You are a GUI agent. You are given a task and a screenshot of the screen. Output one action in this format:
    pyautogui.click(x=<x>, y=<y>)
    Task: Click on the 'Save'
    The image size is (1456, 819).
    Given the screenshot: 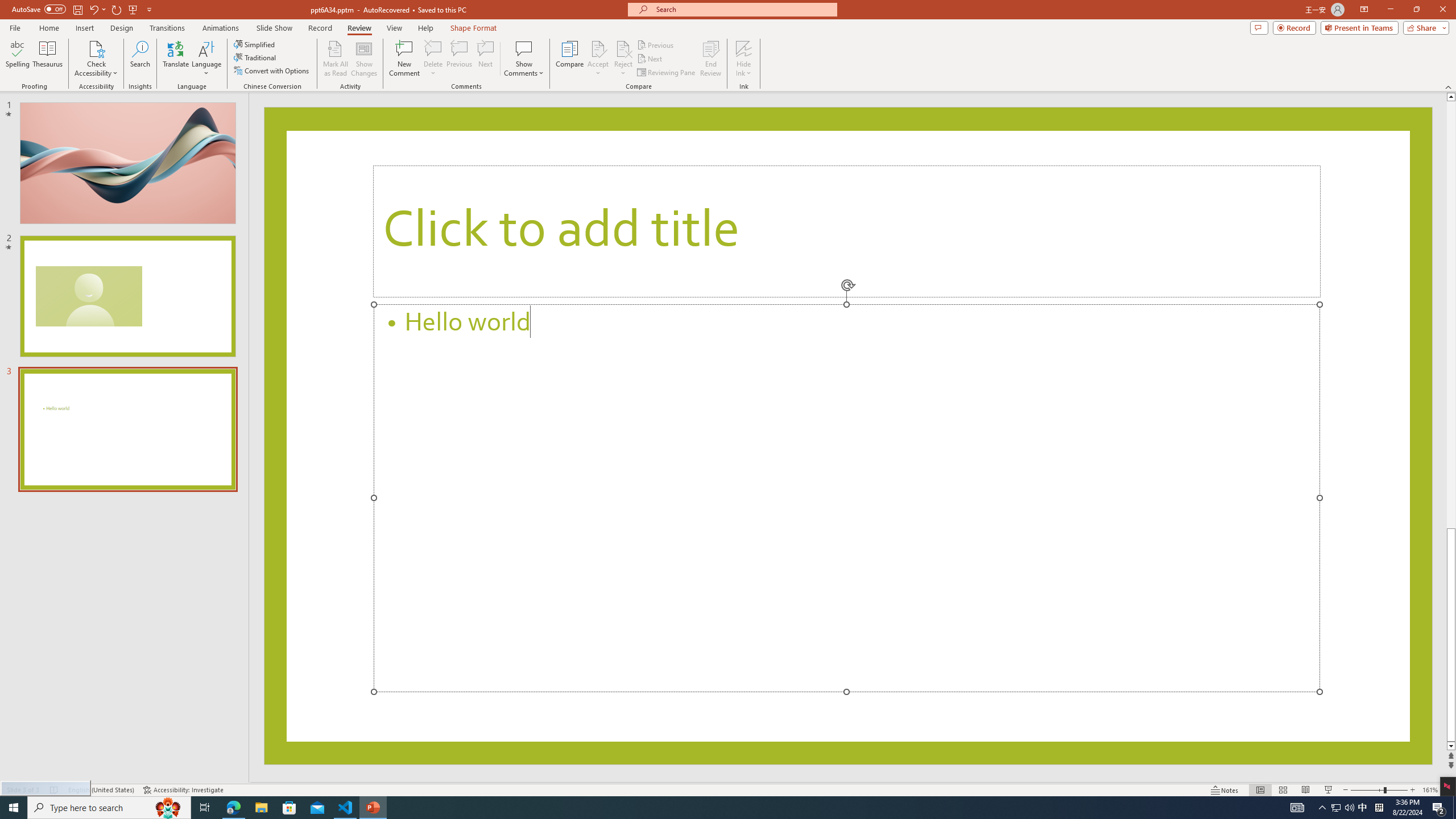 What is the action you would take?
    pyautogui.click(x=77, y=9)
    